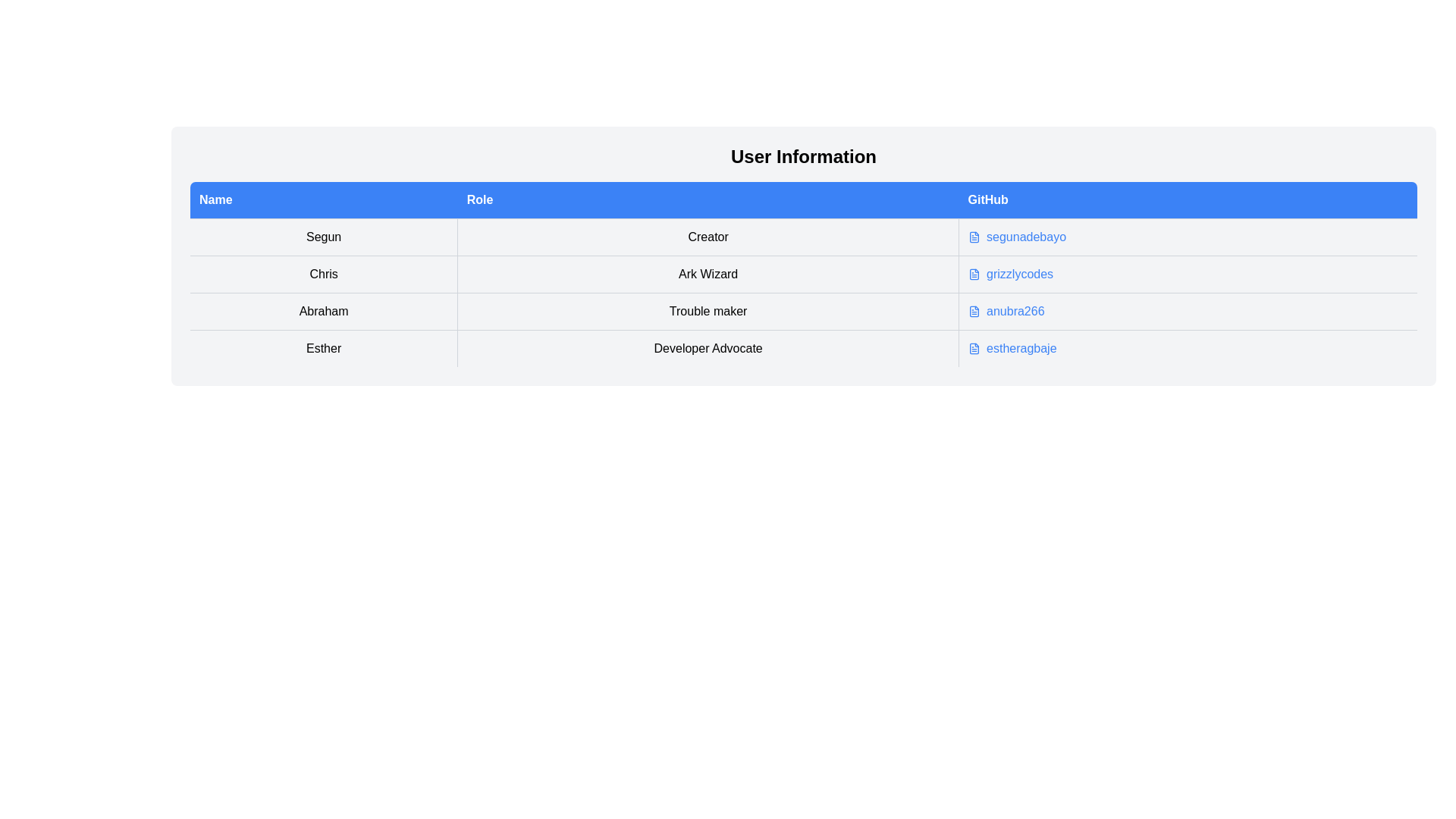 This screenshot has width=1456, height=819. I want to click on text from the table cell containing 'Creator', which is styled with a gray border and light background, located in the first row under the 'Role' column, so click(708, 237).